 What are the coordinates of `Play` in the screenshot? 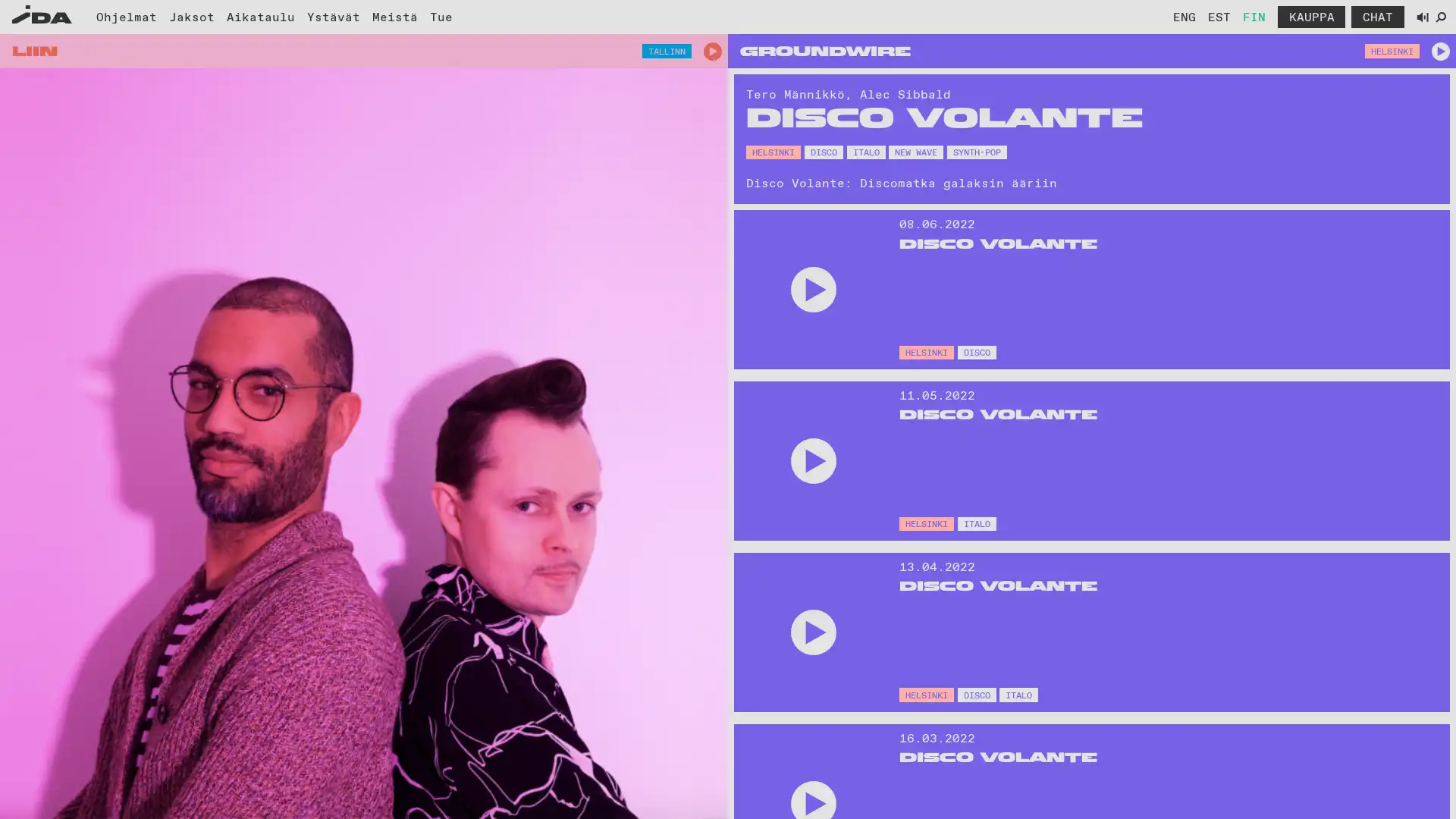 It's located at (1440, 49).